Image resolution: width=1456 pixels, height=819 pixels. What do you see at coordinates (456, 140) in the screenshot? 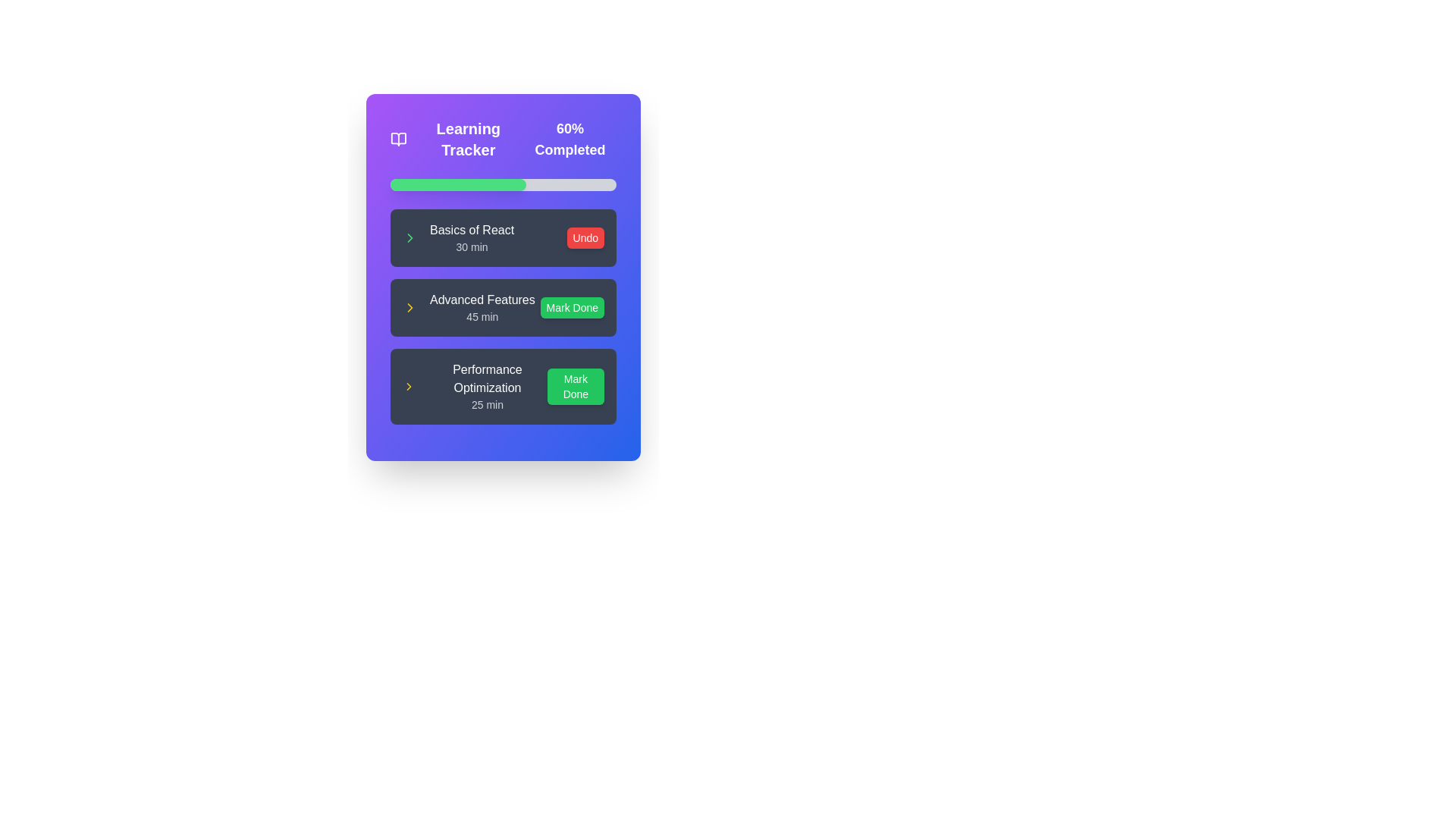
I see `the bold header text 'Learning Tracker' with an open book icon on its left, styled in white against a purple background` at bounding box center [456, 140].